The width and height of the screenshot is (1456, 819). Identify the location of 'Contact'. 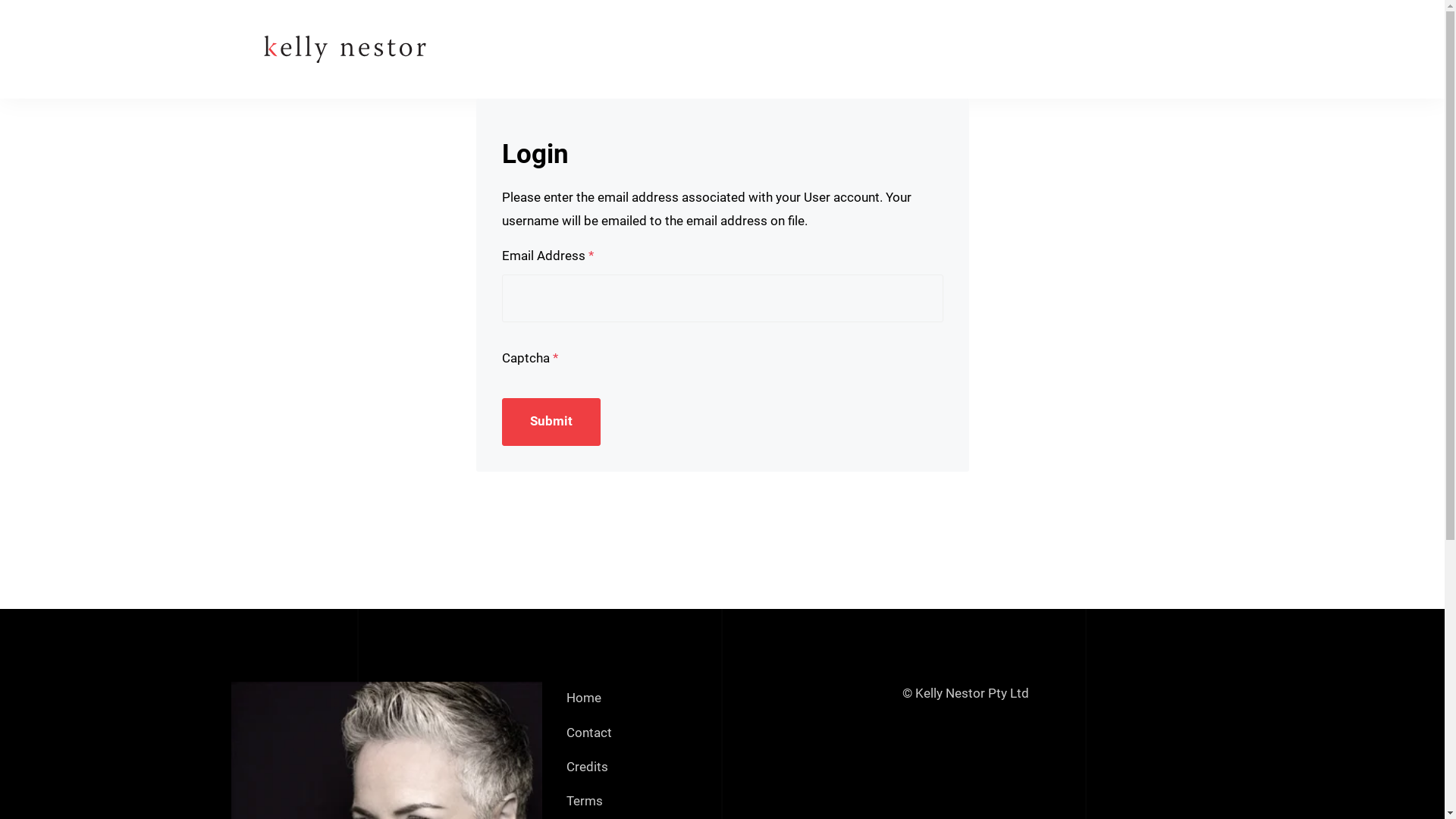
(588, 732).